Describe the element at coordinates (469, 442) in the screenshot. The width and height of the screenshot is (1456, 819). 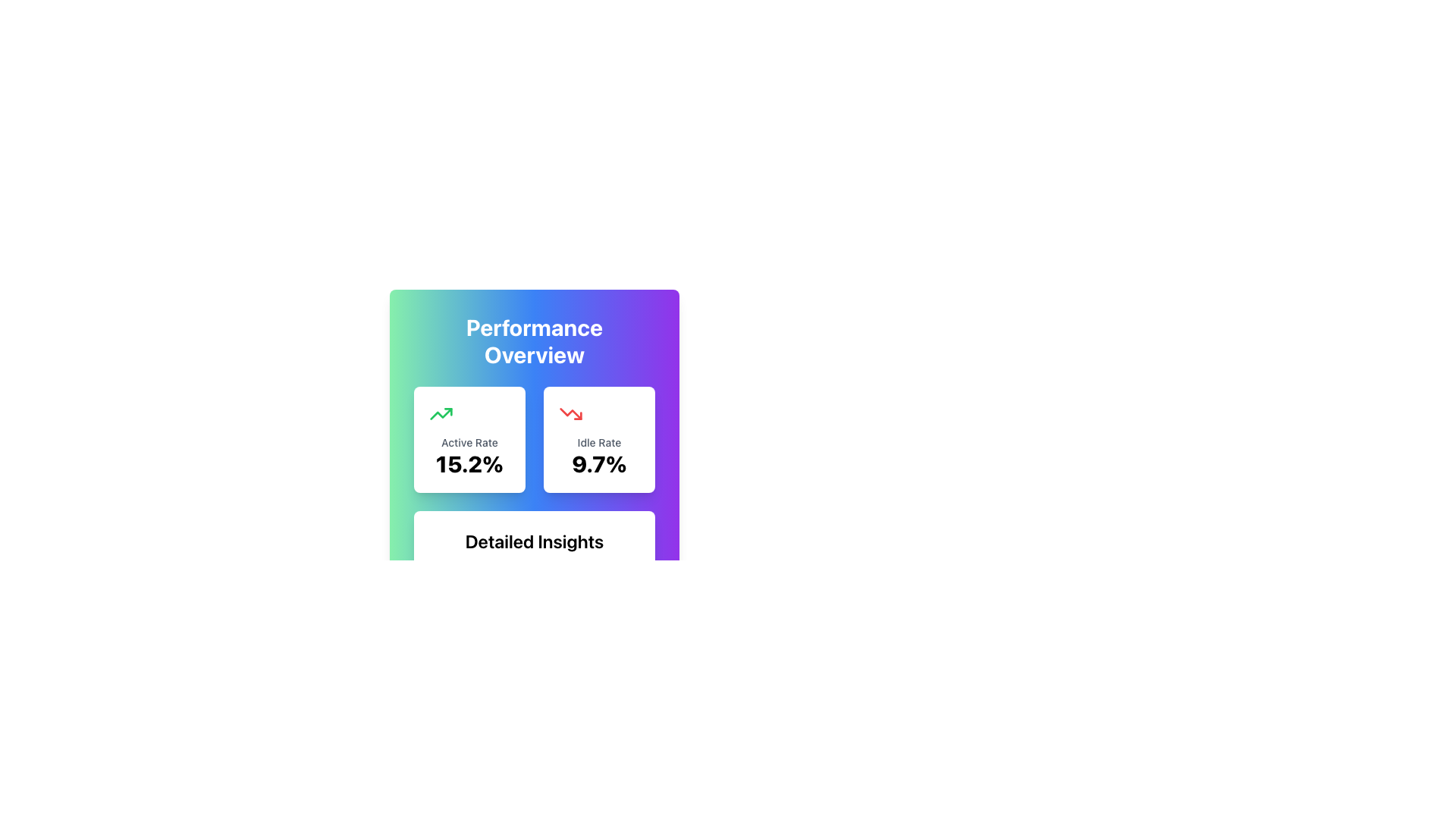
I see `the 'Active Rate' text label displayed in medium-sized gray font, which is centrally located above the '15.2%' statistic and below a green trending-upward arrow icon` at that location.